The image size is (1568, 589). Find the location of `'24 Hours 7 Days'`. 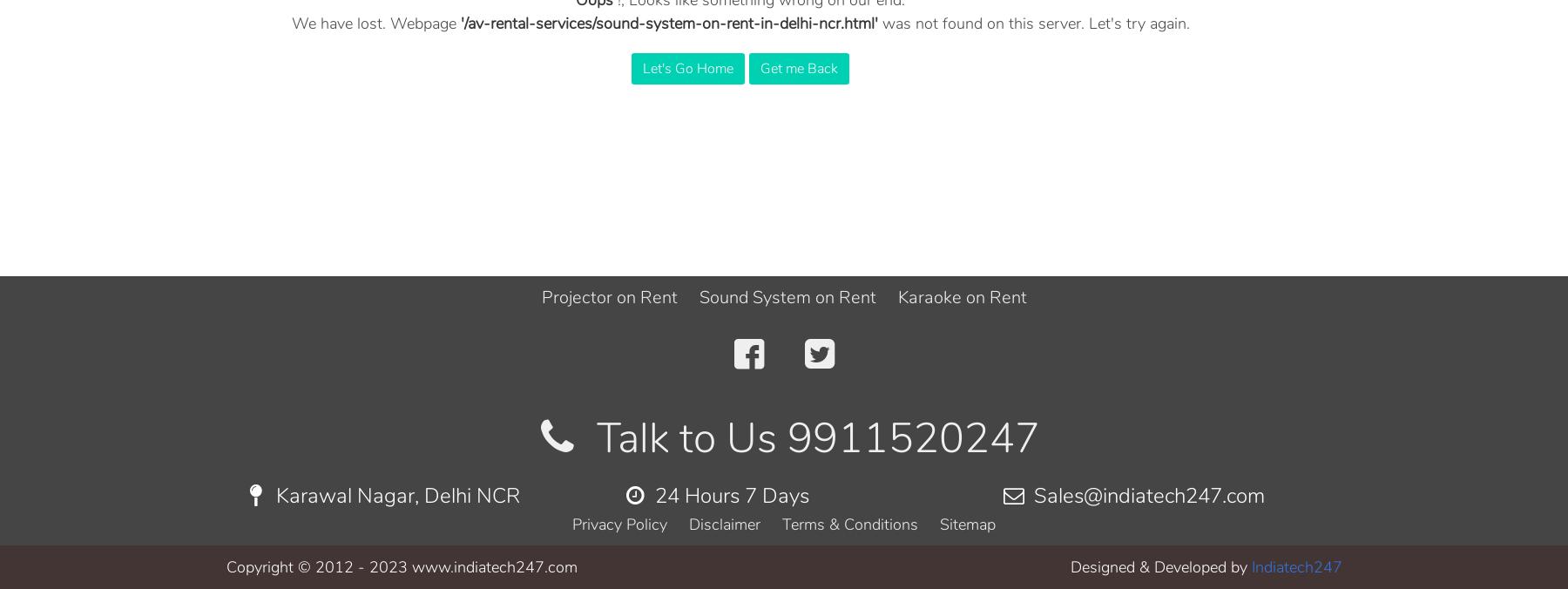

'24 Hours 7 Days' is located at coordinates (729, 494).